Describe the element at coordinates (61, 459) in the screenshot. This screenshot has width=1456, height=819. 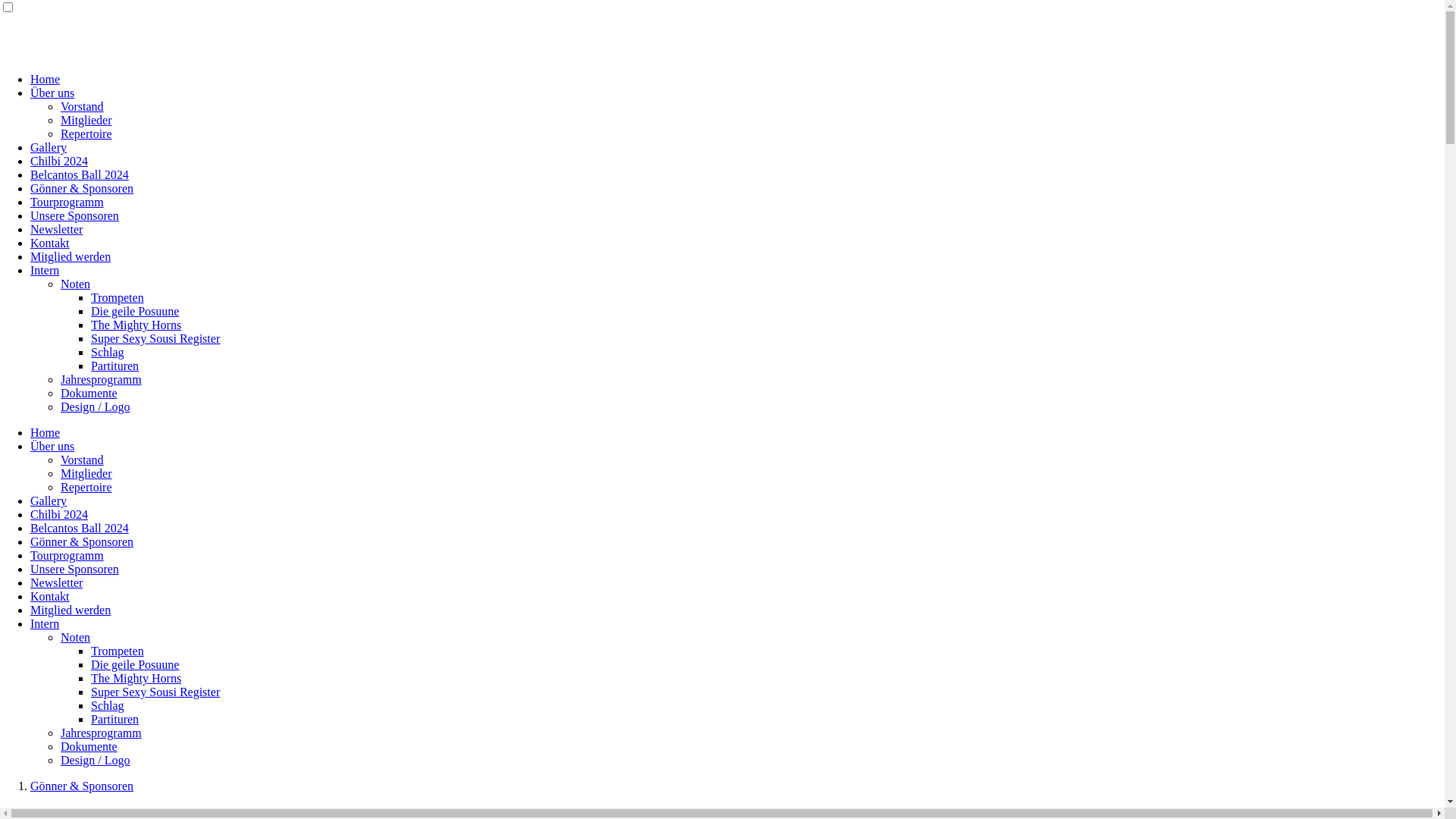
I see `'Vorstand'` at that location.